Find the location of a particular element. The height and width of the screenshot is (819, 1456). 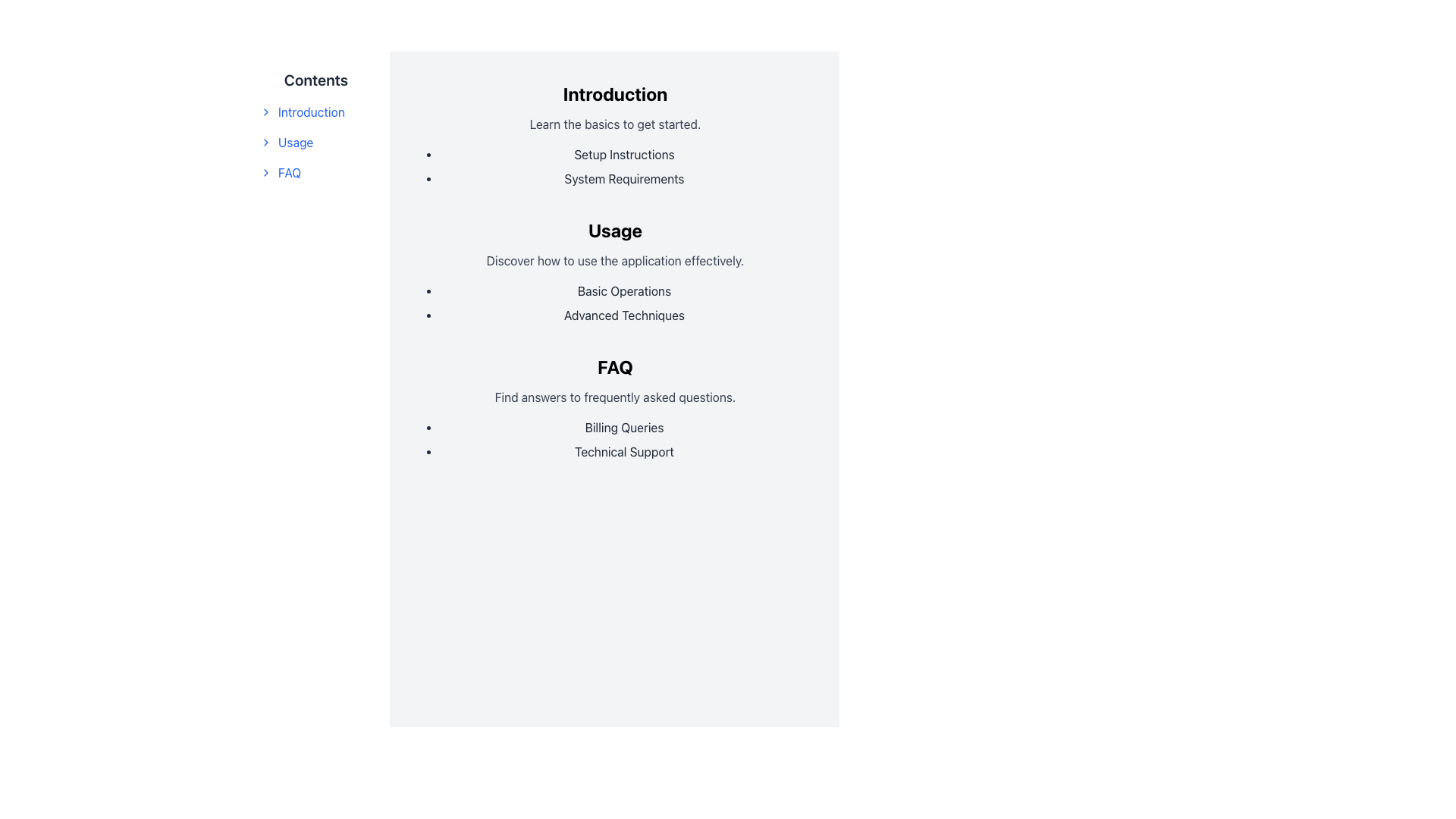

the items in the vertical bullet list containing 'Setup Instructions' and 'System Requirements' located in the 'Introduction' section below the heading 'Learn the basics to get started.' is located at coordinates (615, 166).